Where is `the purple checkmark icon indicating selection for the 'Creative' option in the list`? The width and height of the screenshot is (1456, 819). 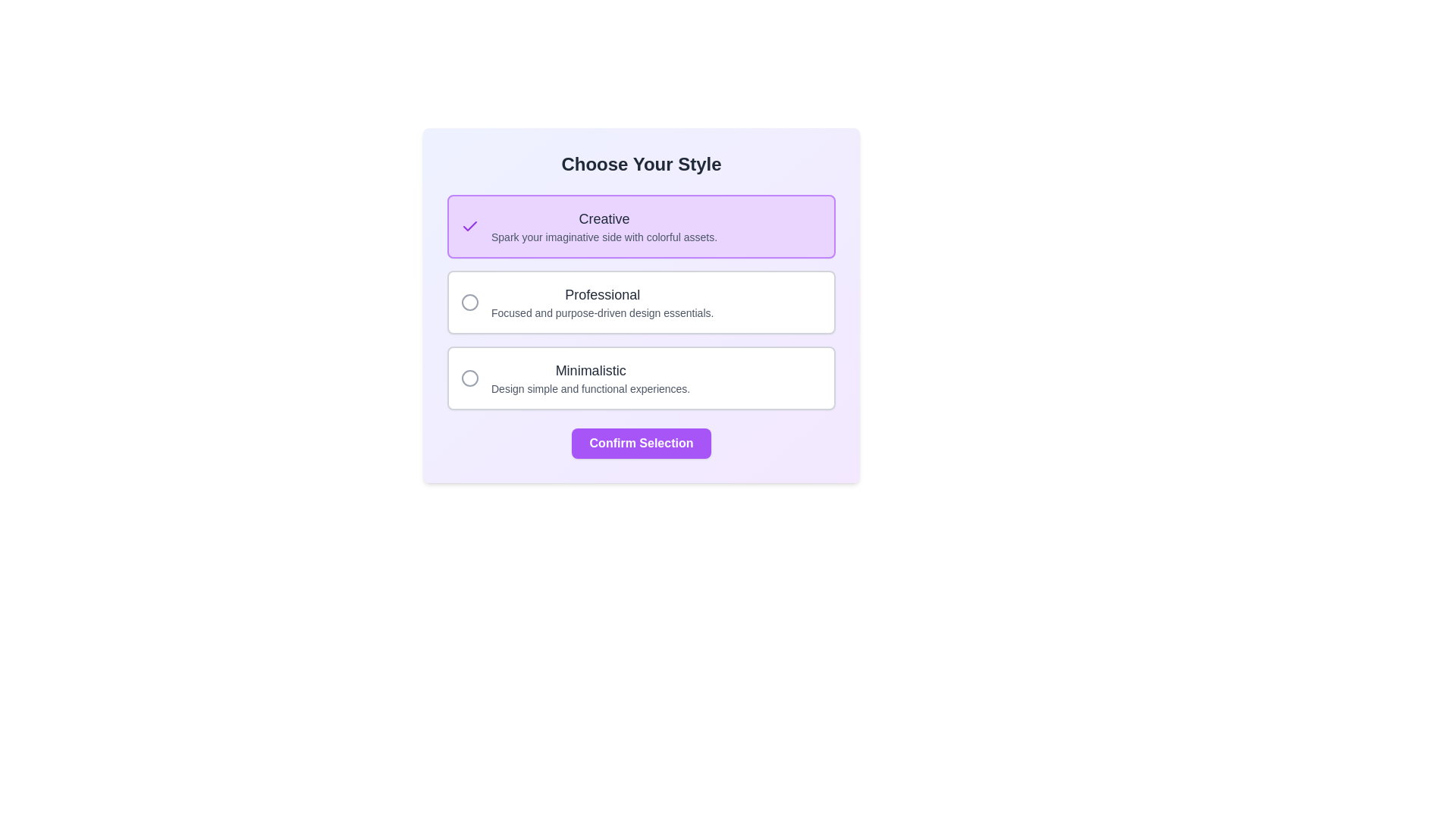 the purple checkmark icon indicating selection for the 'Creative' option in the list is located at coordinates (469, 227).